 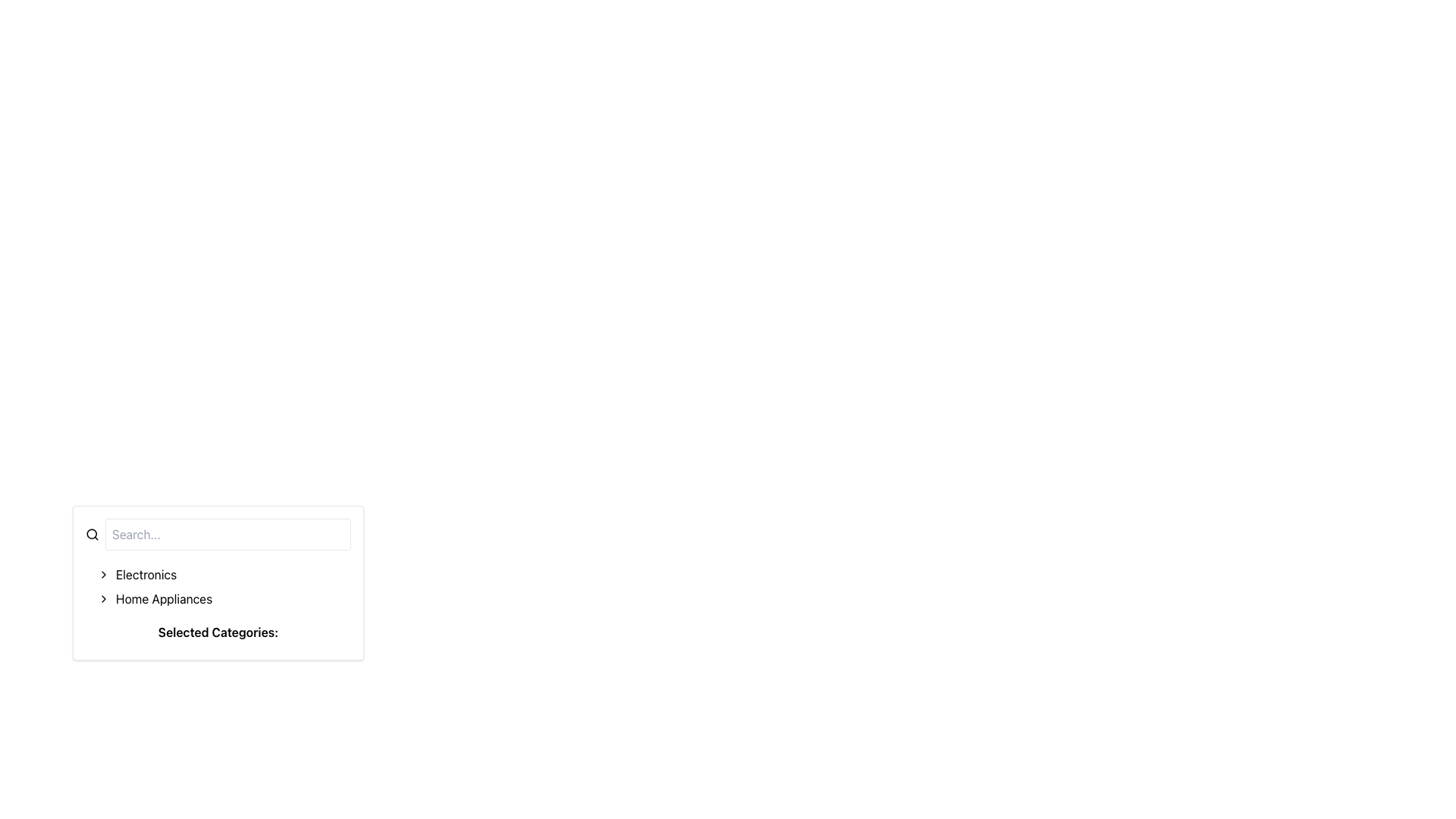 I want to click on the rightward-pointing chevron icon located at the beginning of the 'Home Appliances' text, so click(x=103, y=598).